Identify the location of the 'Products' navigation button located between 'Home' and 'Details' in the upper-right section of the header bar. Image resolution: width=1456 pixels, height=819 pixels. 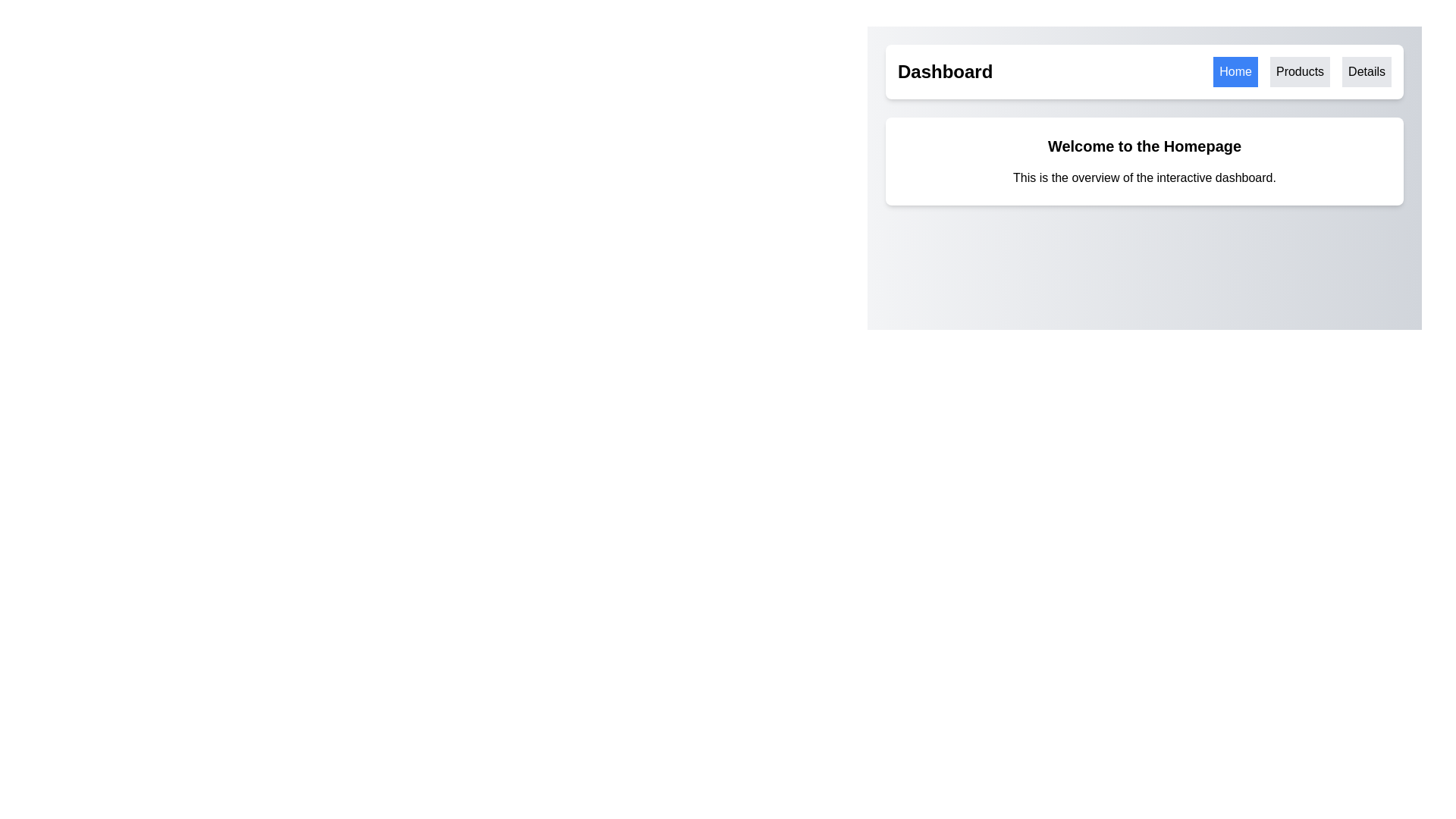
(1301, 72).